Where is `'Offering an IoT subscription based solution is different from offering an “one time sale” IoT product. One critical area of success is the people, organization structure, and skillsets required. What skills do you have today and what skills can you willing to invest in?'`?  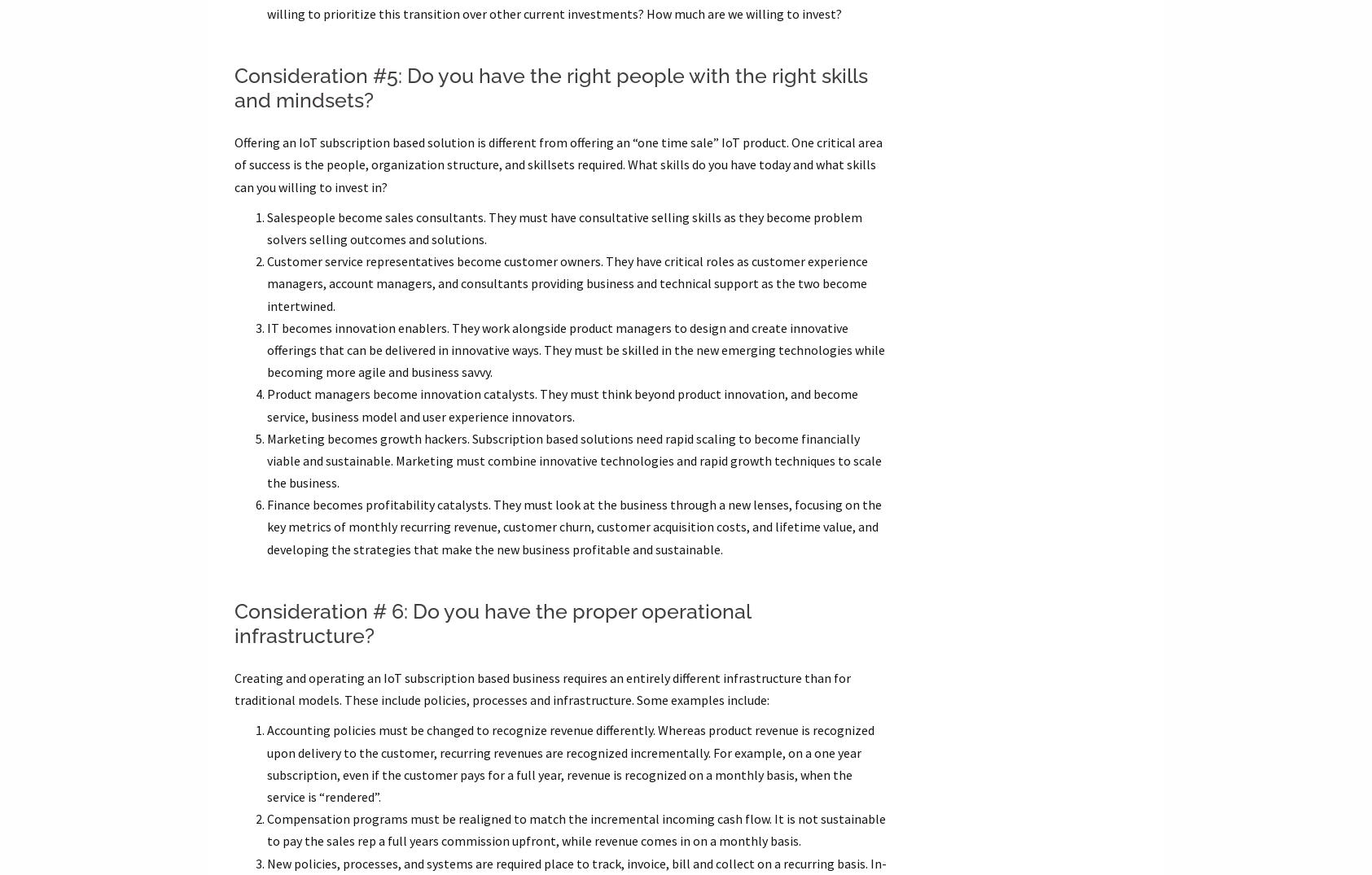 'Offering an IoT subscription based solution is different from offering an “one time sale” IoT product. One critical area of success is the people, organization structure, and skillsets required. What skills do you have today and what skills can you willing to invest in?' is located at coordinates (556, 163).